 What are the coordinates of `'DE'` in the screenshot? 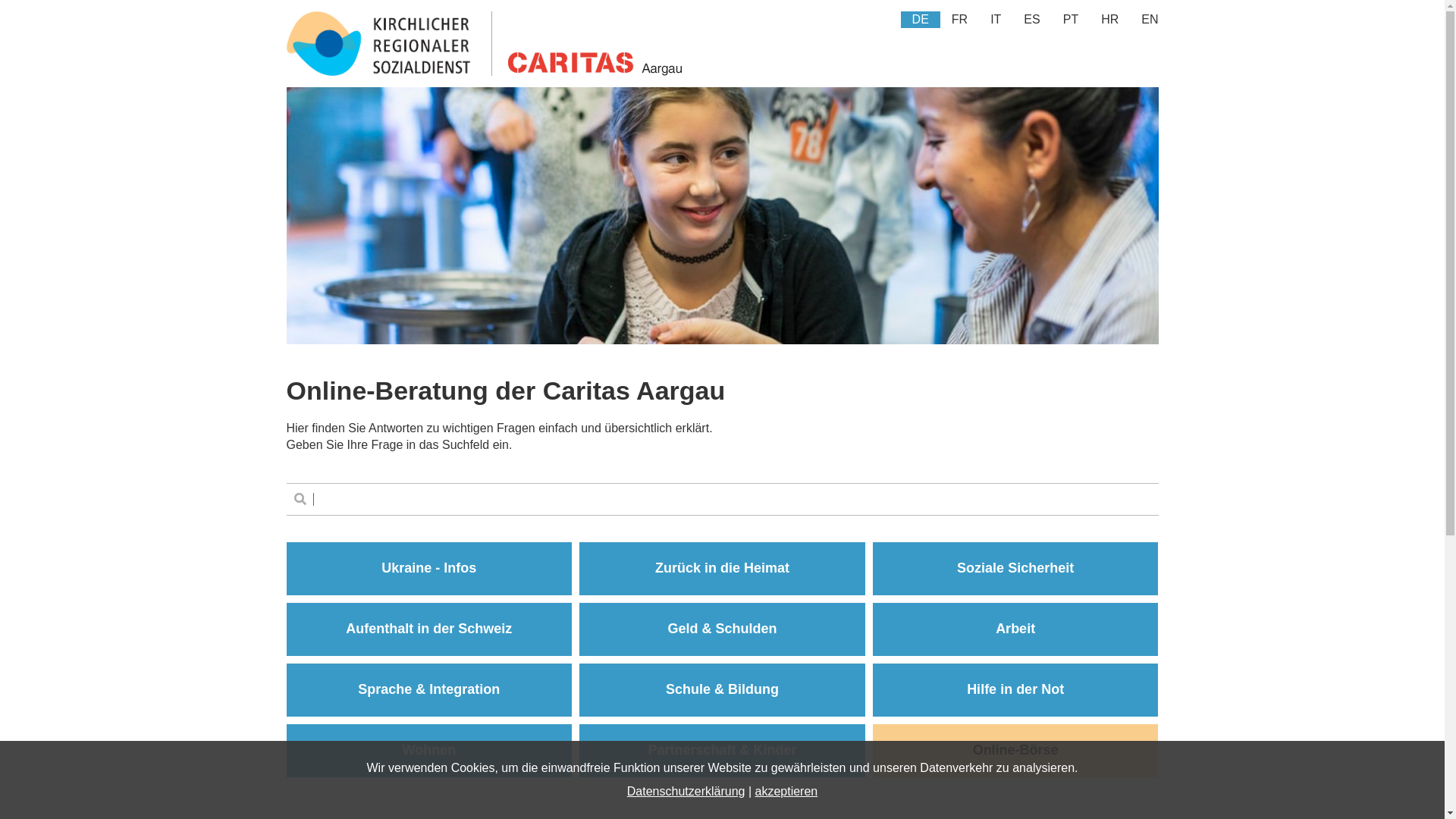 It's located at (920, 20).